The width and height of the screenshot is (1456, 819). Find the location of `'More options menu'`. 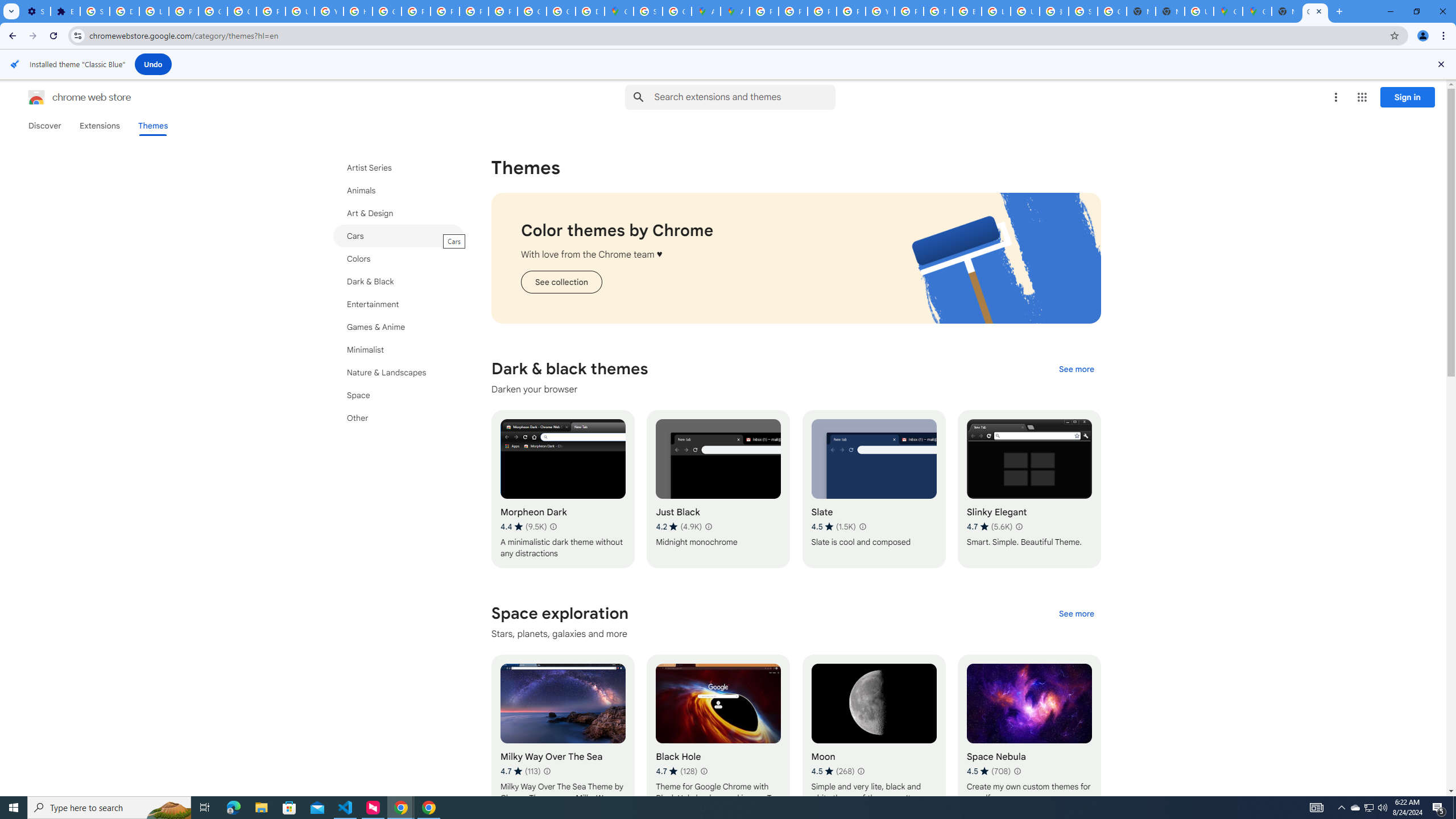

'More options menu' is located at coordinates (1335, 97).